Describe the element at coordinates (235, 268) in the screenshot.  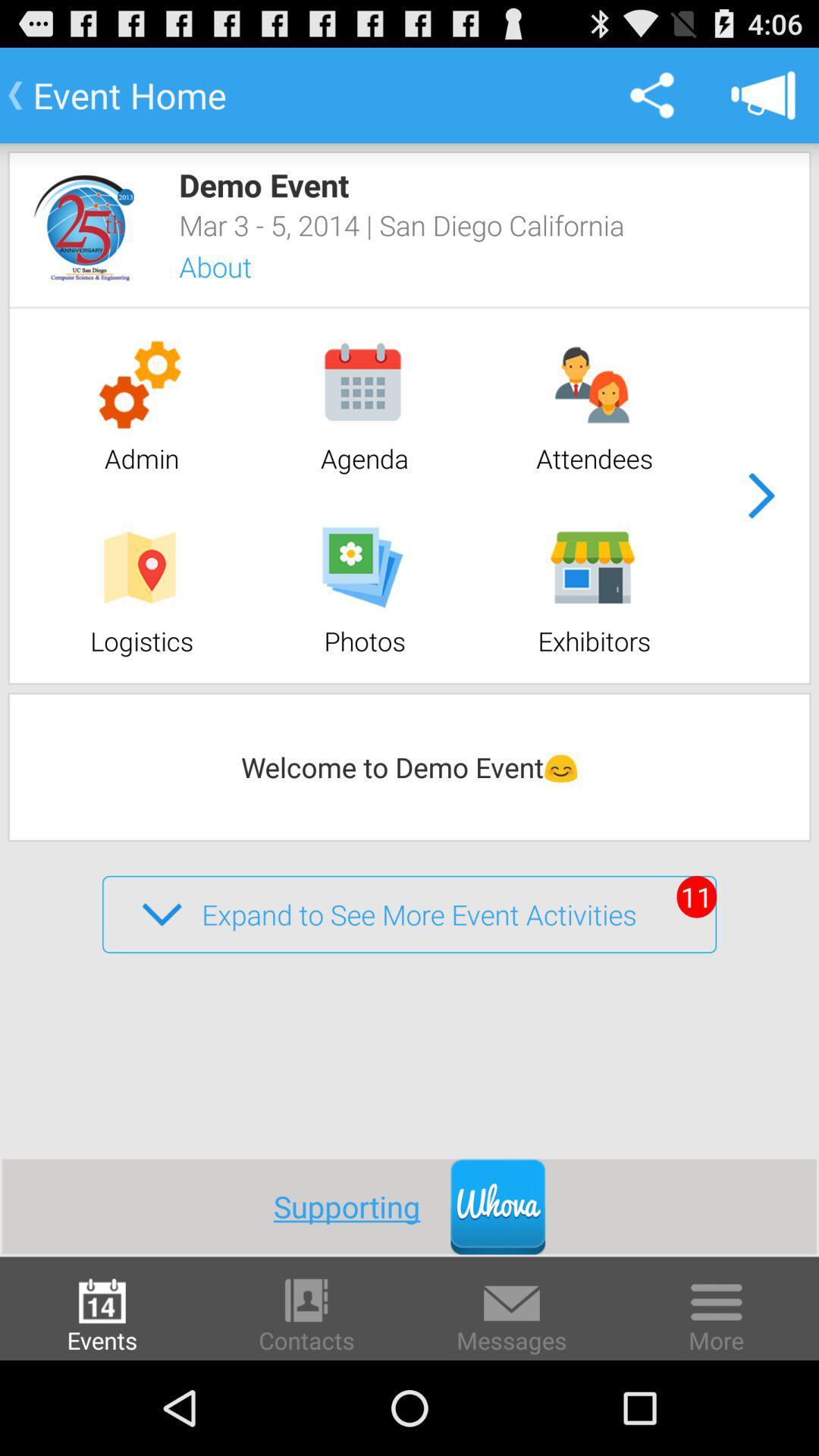
I see `about item` at that location.